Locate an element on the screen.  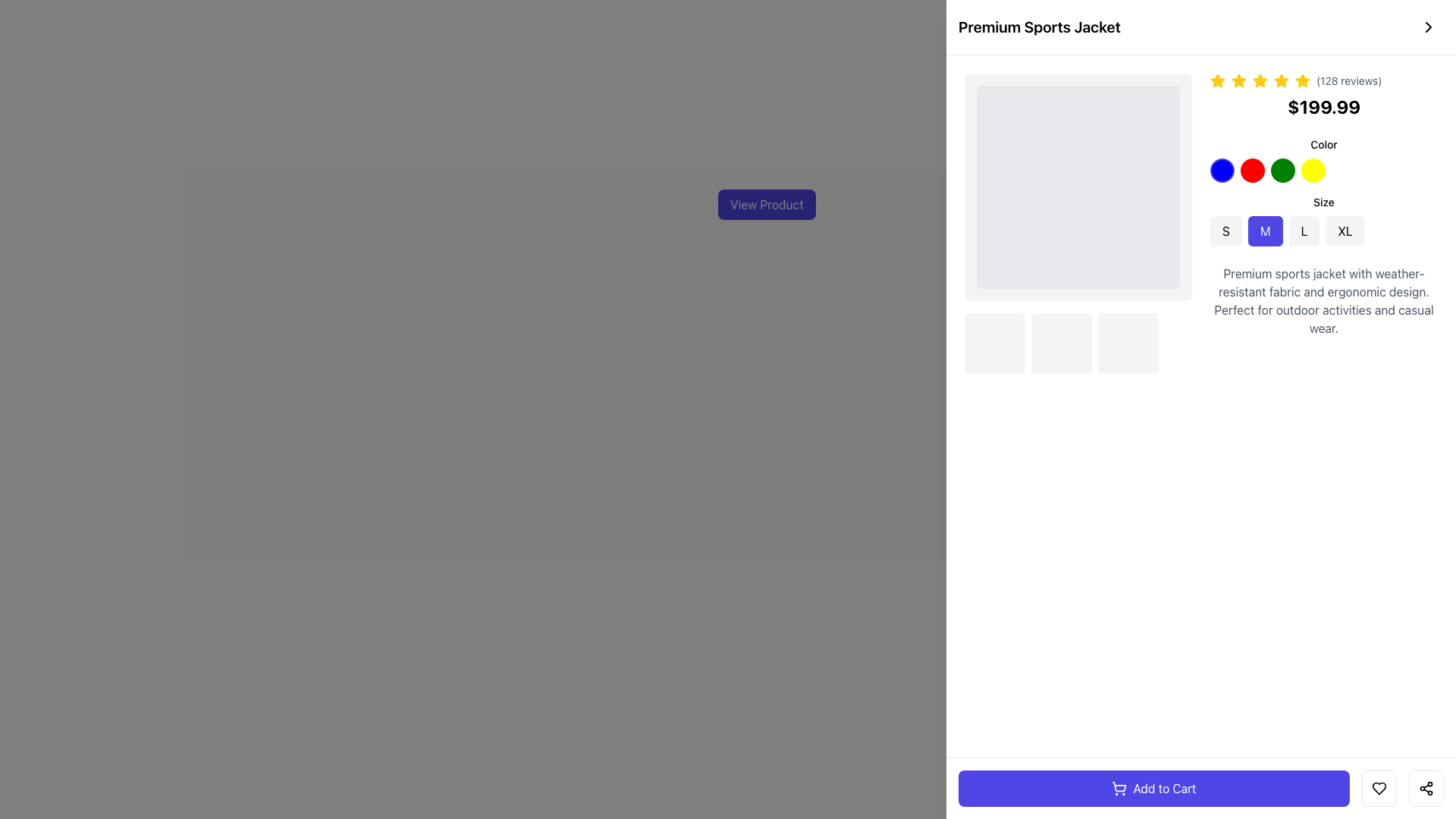
the share icon button, which is a minimalist design with three connected circles, located at the bottom-right corner of the card group containing interactive buttons is located at coordinates (1426, 788).